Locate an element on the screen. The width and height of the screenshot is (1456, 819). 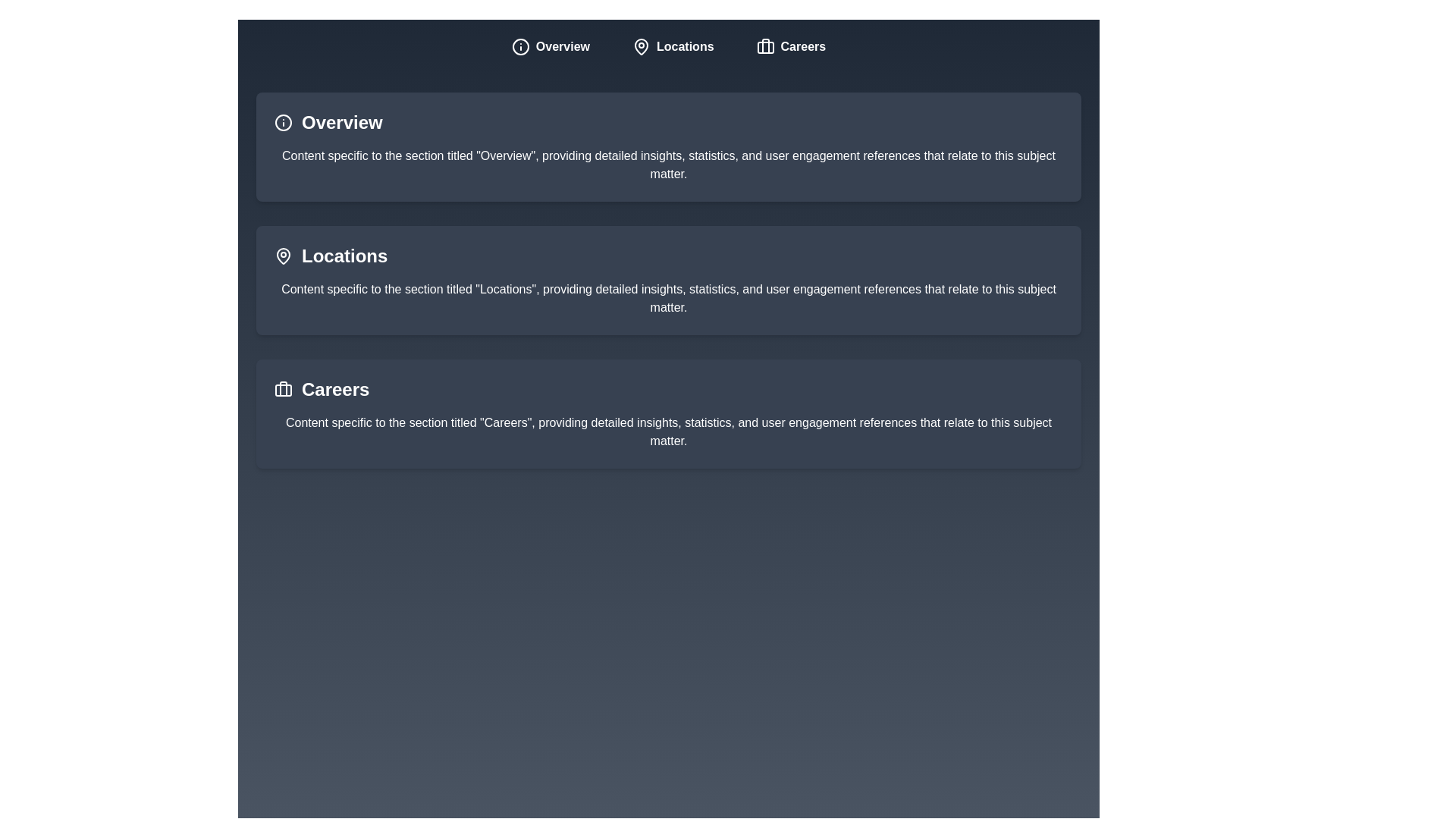
the 'Careers' text label, which is the third item in the top navigation bar, located immediately to the right of the 'Locations' option is located at coordinates (802, 45).